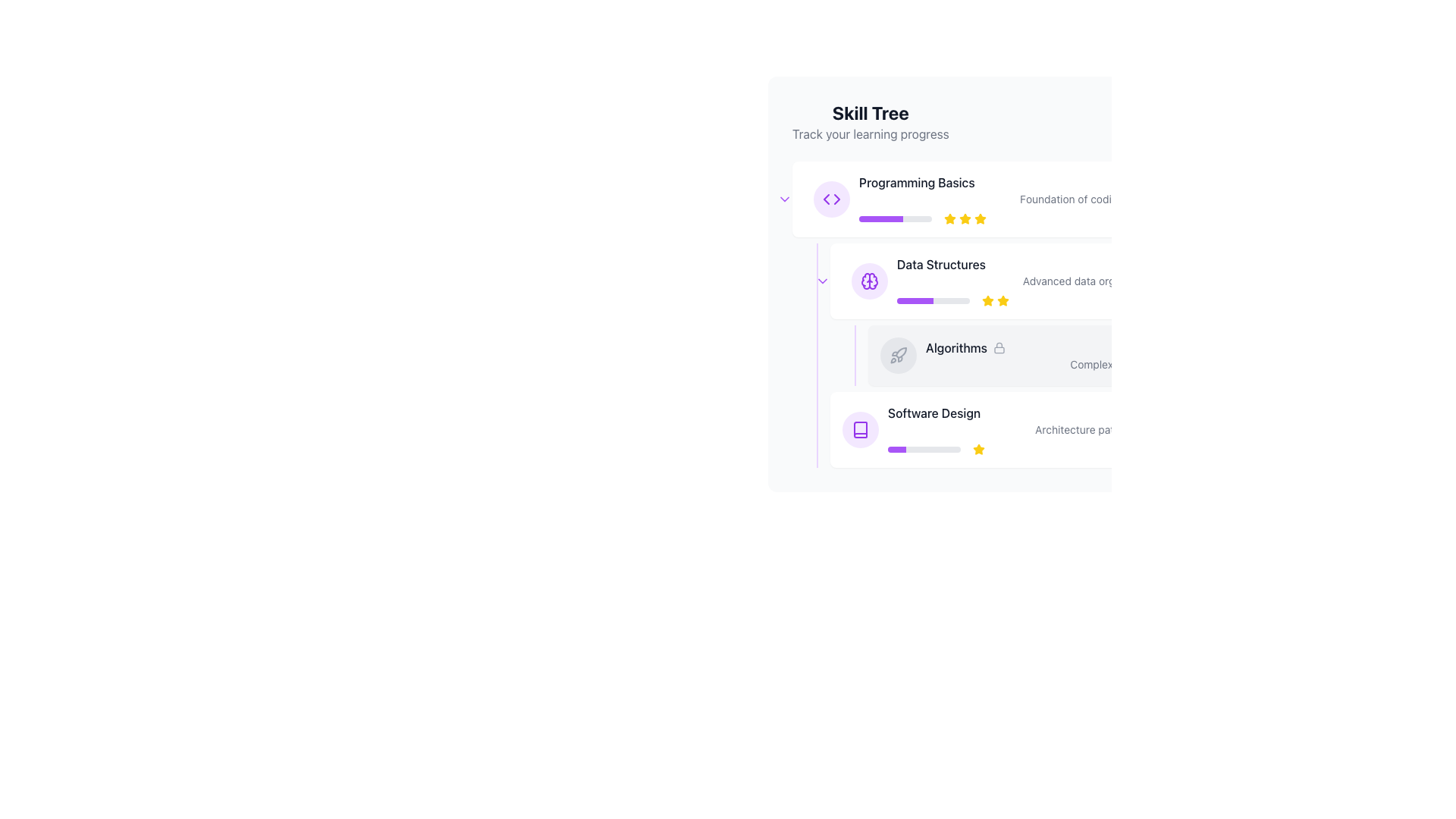  I want to click on the Content card displaying information about the 'Software Design' skill, which is the third card in the vertical stack of skills, so click(1090, 430).